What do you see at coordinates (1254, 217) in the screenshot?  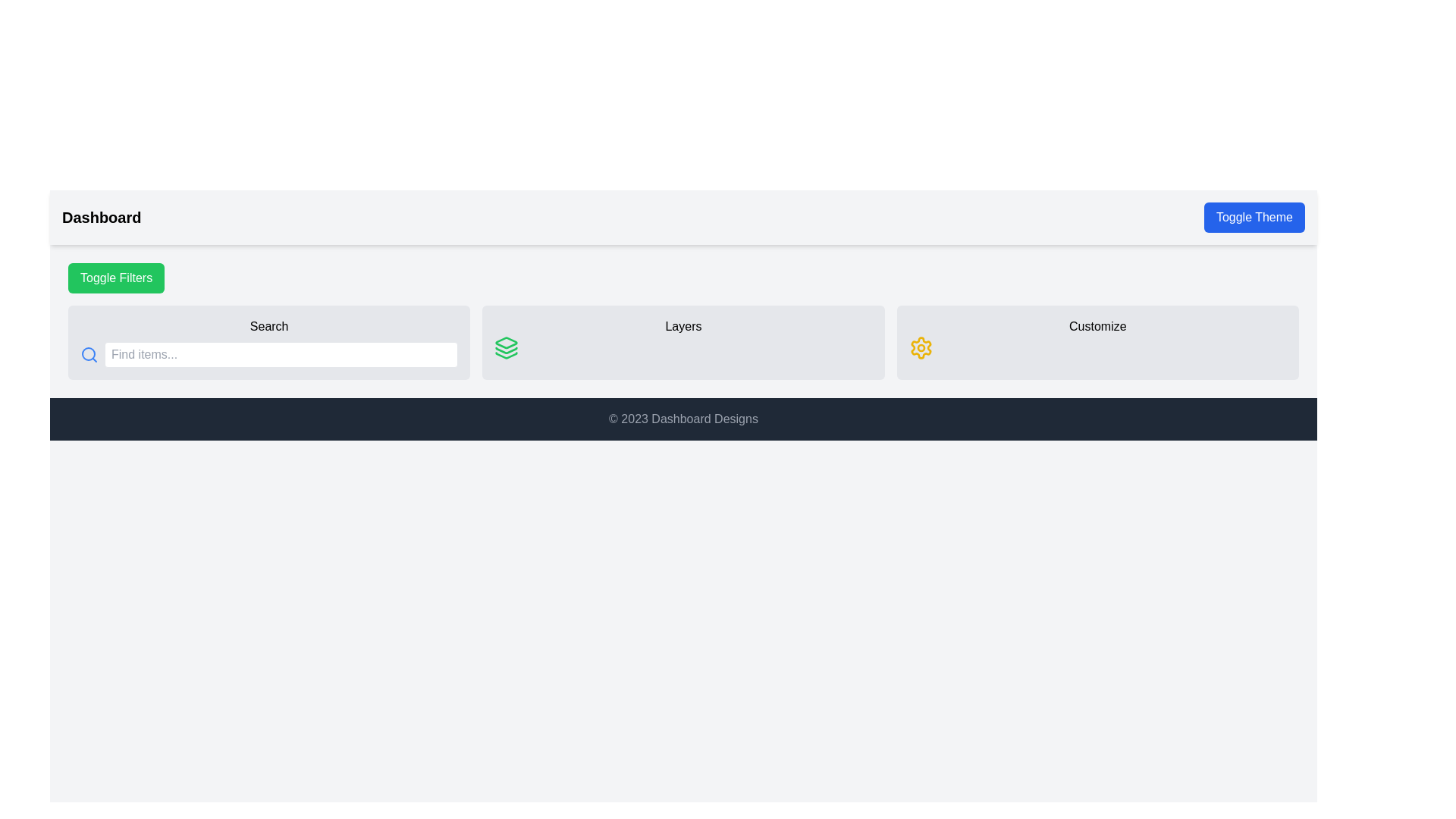 I see `the theme toggle button located at the far right of the header bar to change the color scheme or visual settings of the application` at bounding box center [1254, 217].